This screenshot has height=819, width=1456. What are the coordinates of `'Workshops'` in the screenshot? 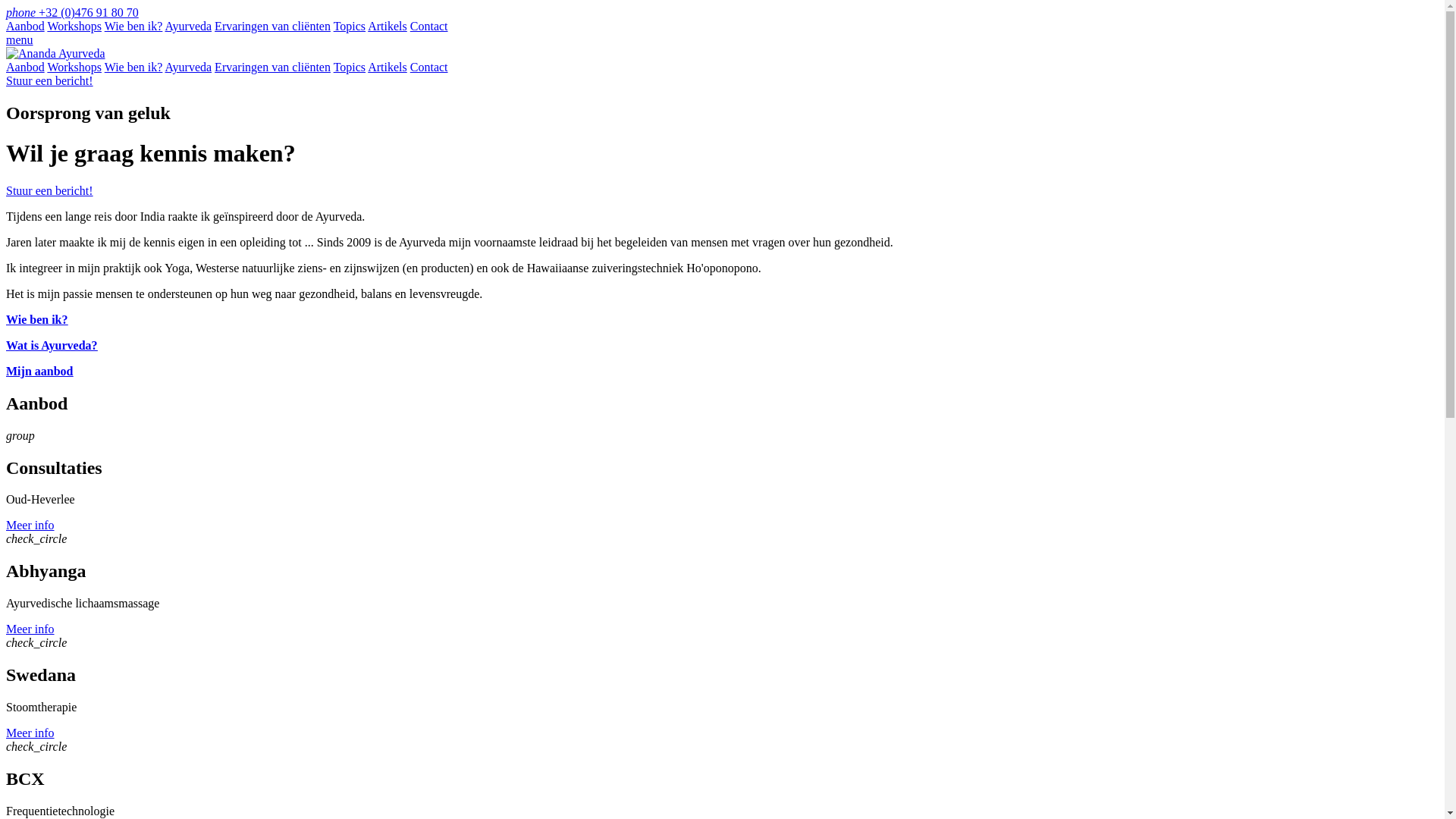 It's located at (73, 26).